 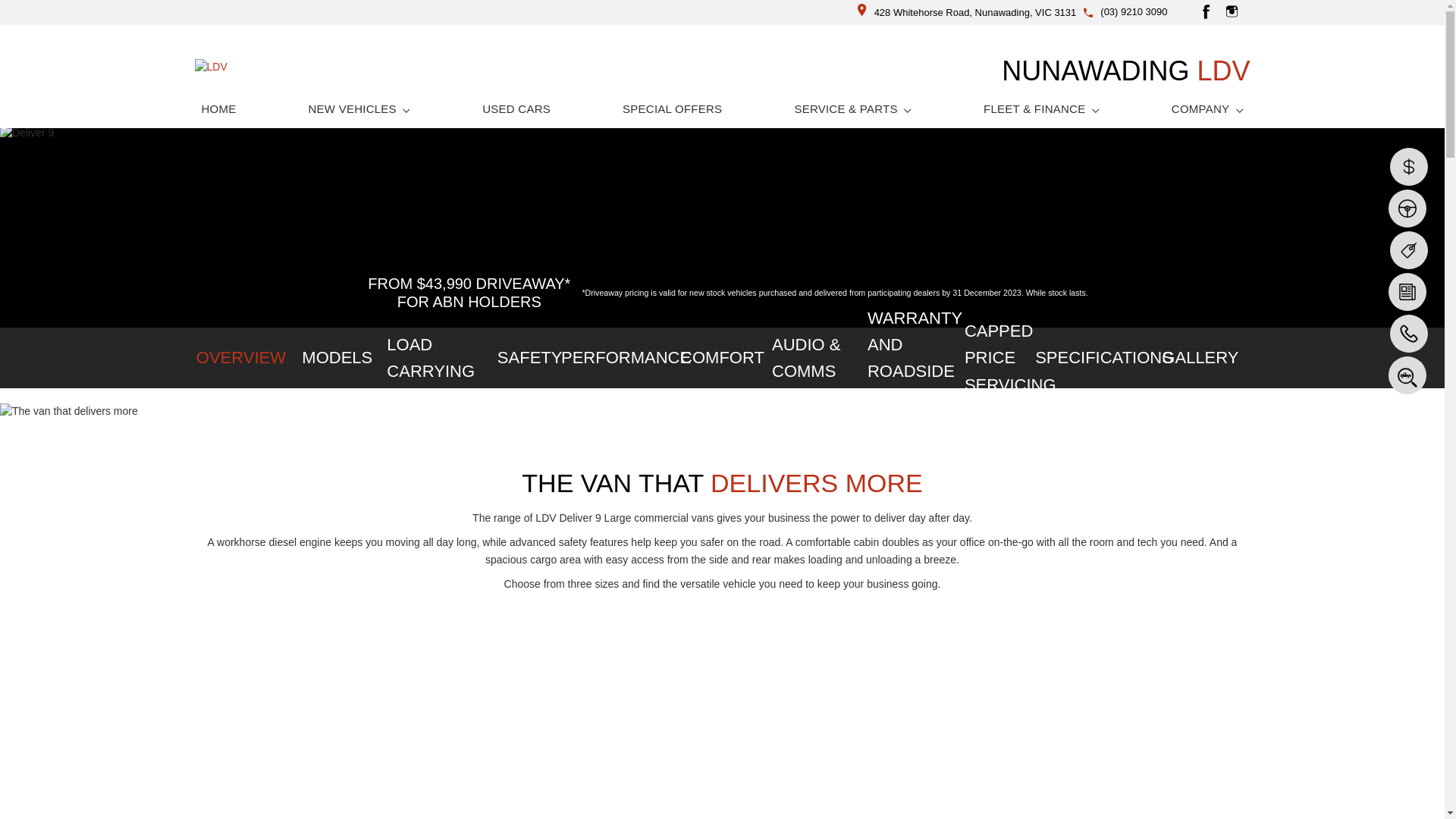 What do you see at coordinates (1133, 11) in the screenshot?
I see `'(03) 9210 3090'` at bounding box center [1133, 11].